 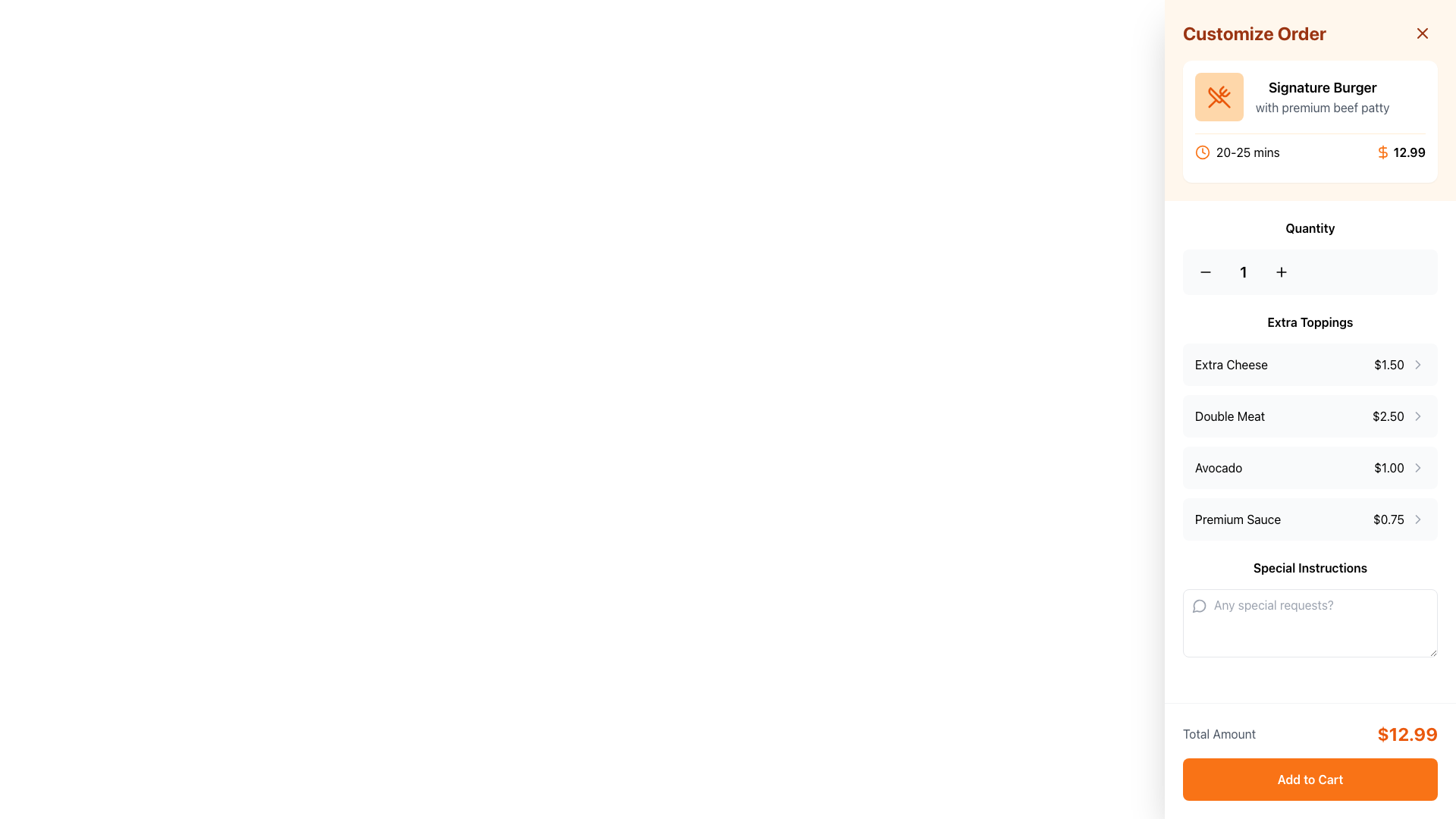 What do you see at coordinates (1201, 152) in the screenshot?
I see `the clock icon indicating the estimated time for an event located near the top of the right panel under the 'Customize Order' heading, specifically to the immediate left of the text '20-25 mins'` at bounding box center [1201, 152].